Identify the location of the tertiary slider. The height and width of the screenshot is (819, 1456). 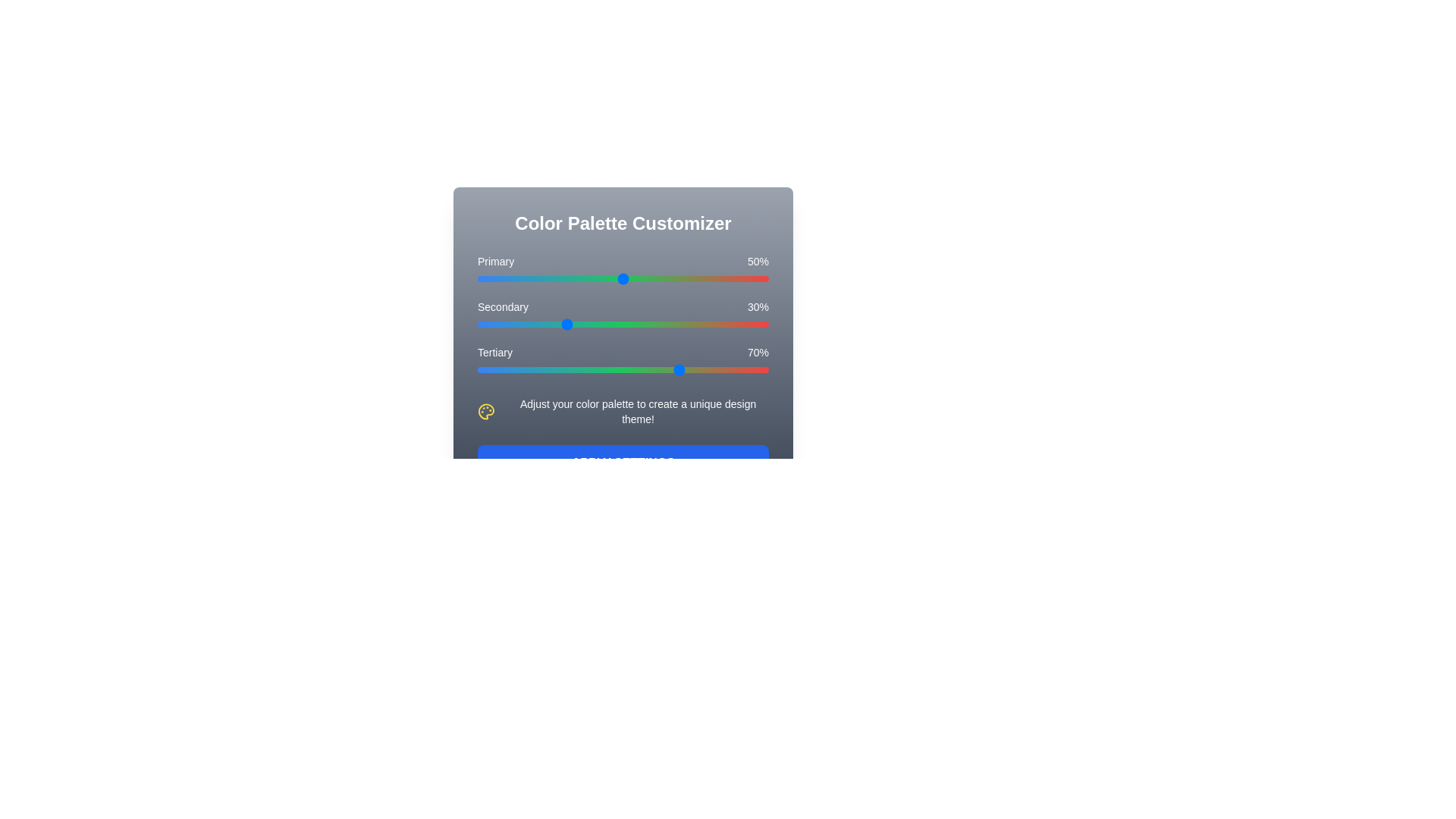
(626, 370).